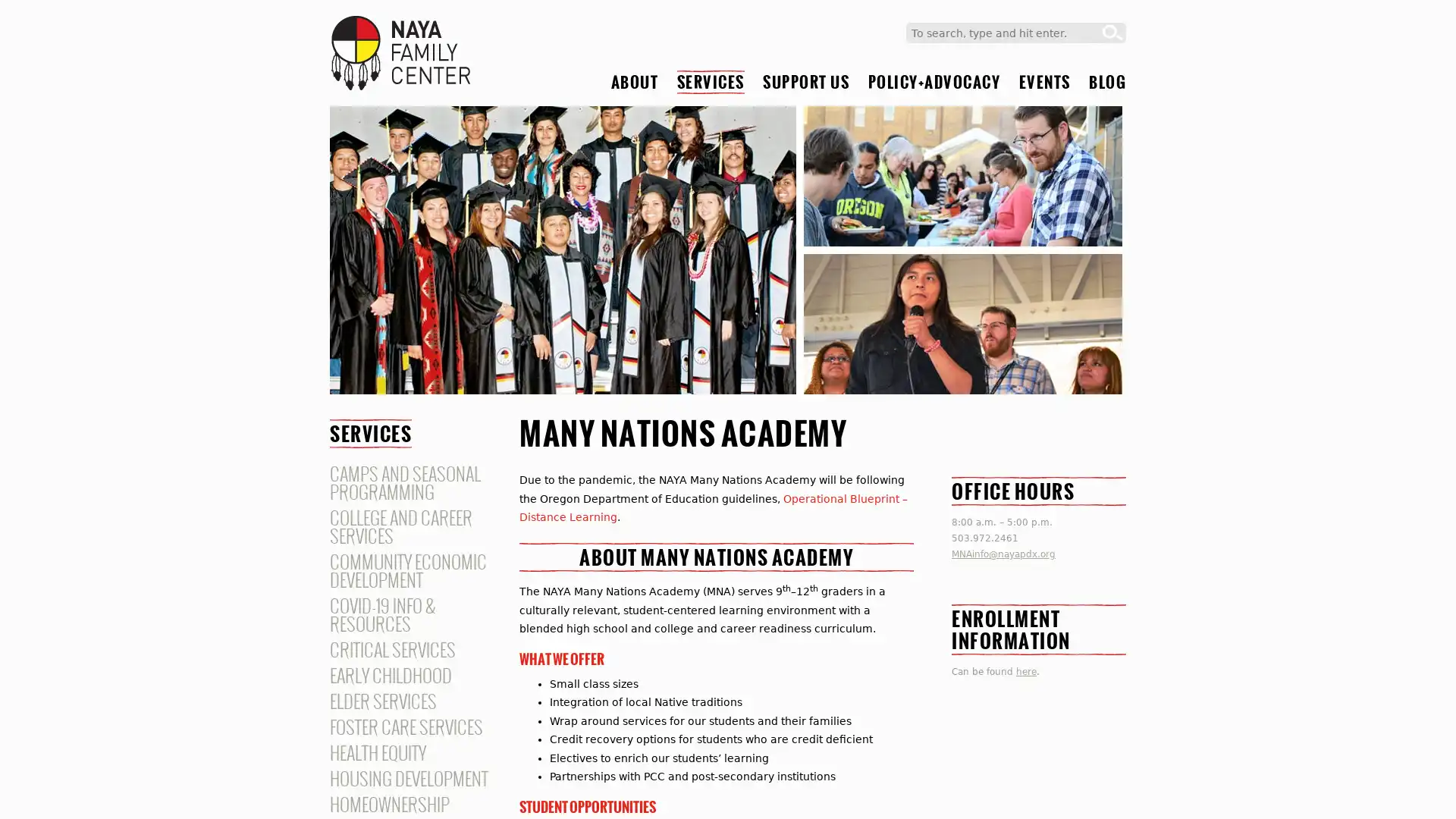 This screenshot has height=819, width=1456. I want to click on Search, so click(1112, 33).